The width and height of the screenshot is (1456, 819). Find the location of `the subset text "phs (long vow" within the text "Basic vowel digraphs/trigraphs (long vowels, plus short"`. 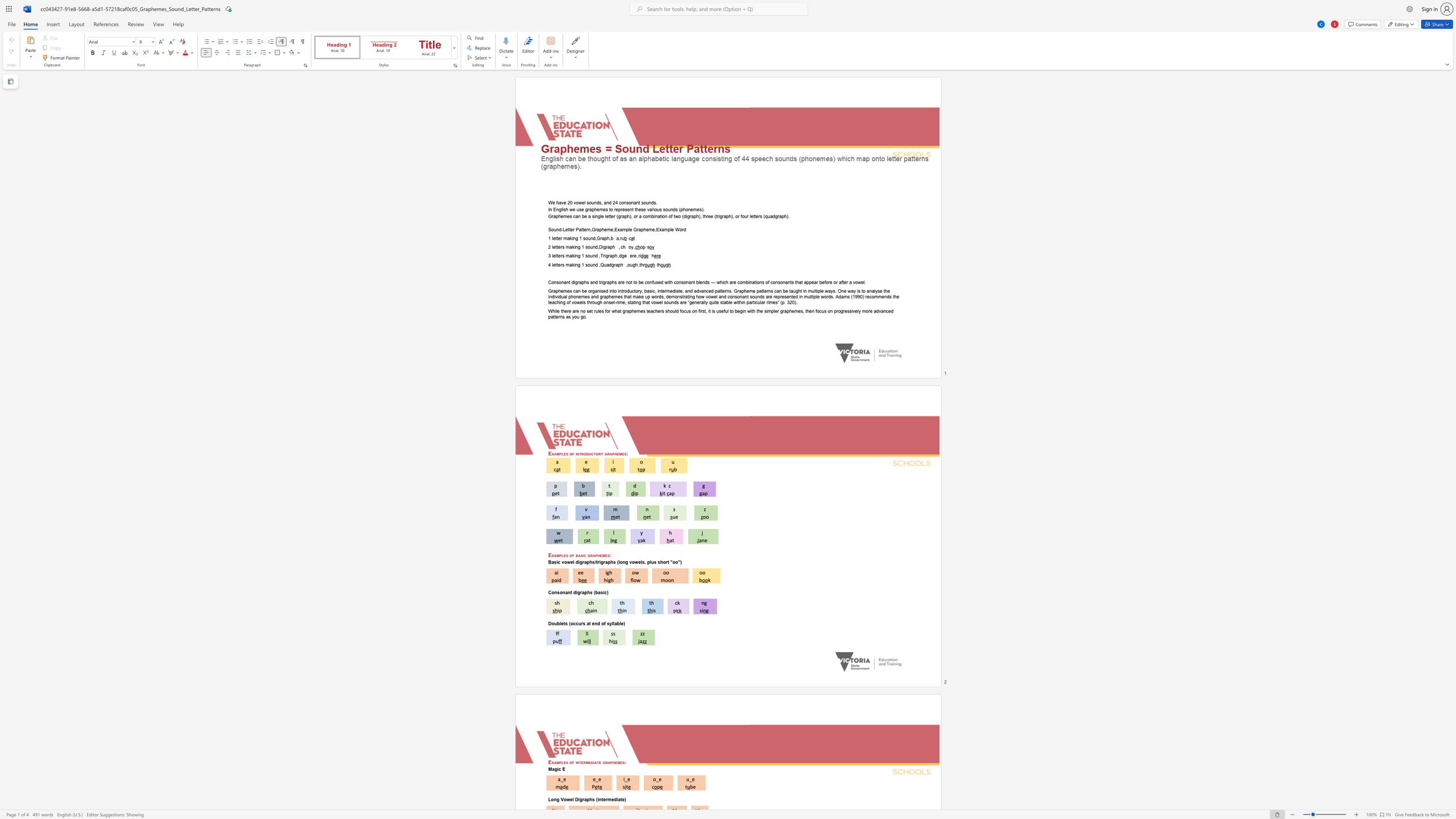

the subset text "phs (long vow" within the text "Basic vowel digraphs/trigraphs (long vowels, plus short" is located at coordinates (608, 562).